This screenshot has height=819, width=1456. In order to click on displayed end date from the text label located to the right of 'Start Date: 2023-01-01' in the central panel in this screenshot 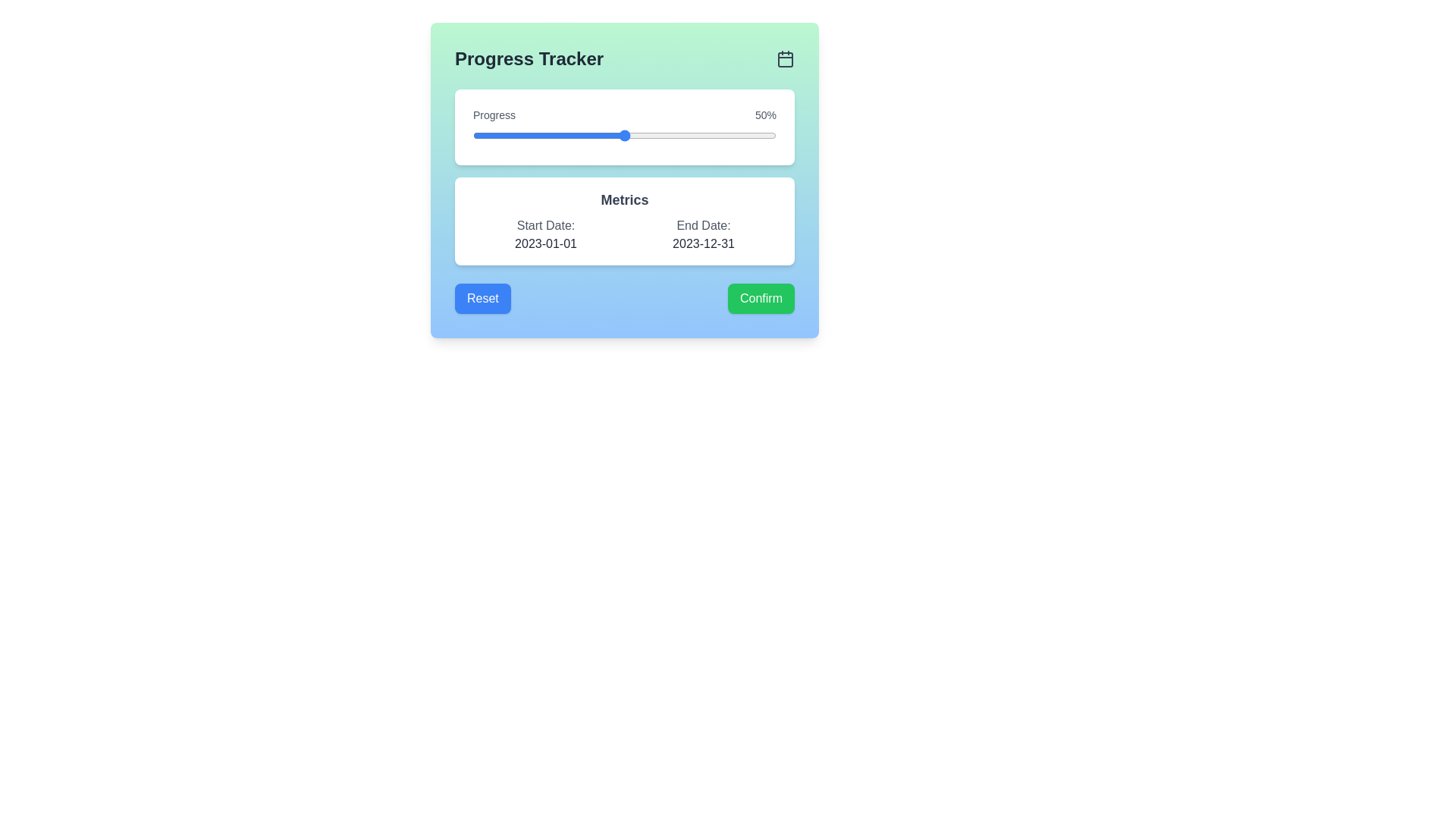, I will do `click(702, 234)`.